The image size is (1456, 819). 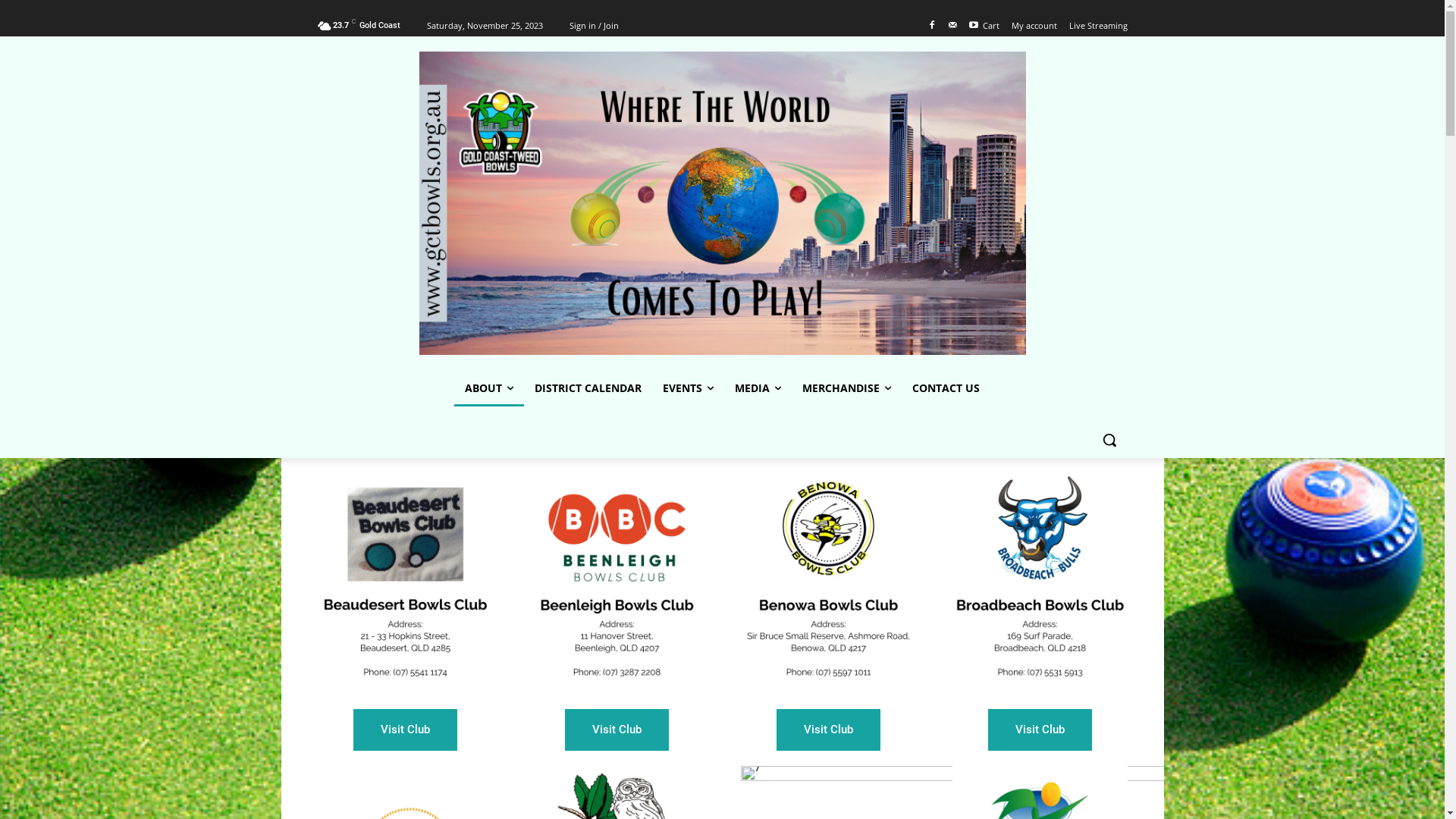 What do you see at coordinates (1039, 580) in the screenshot?
I see `'4'` at bounding box center [1039, 580].